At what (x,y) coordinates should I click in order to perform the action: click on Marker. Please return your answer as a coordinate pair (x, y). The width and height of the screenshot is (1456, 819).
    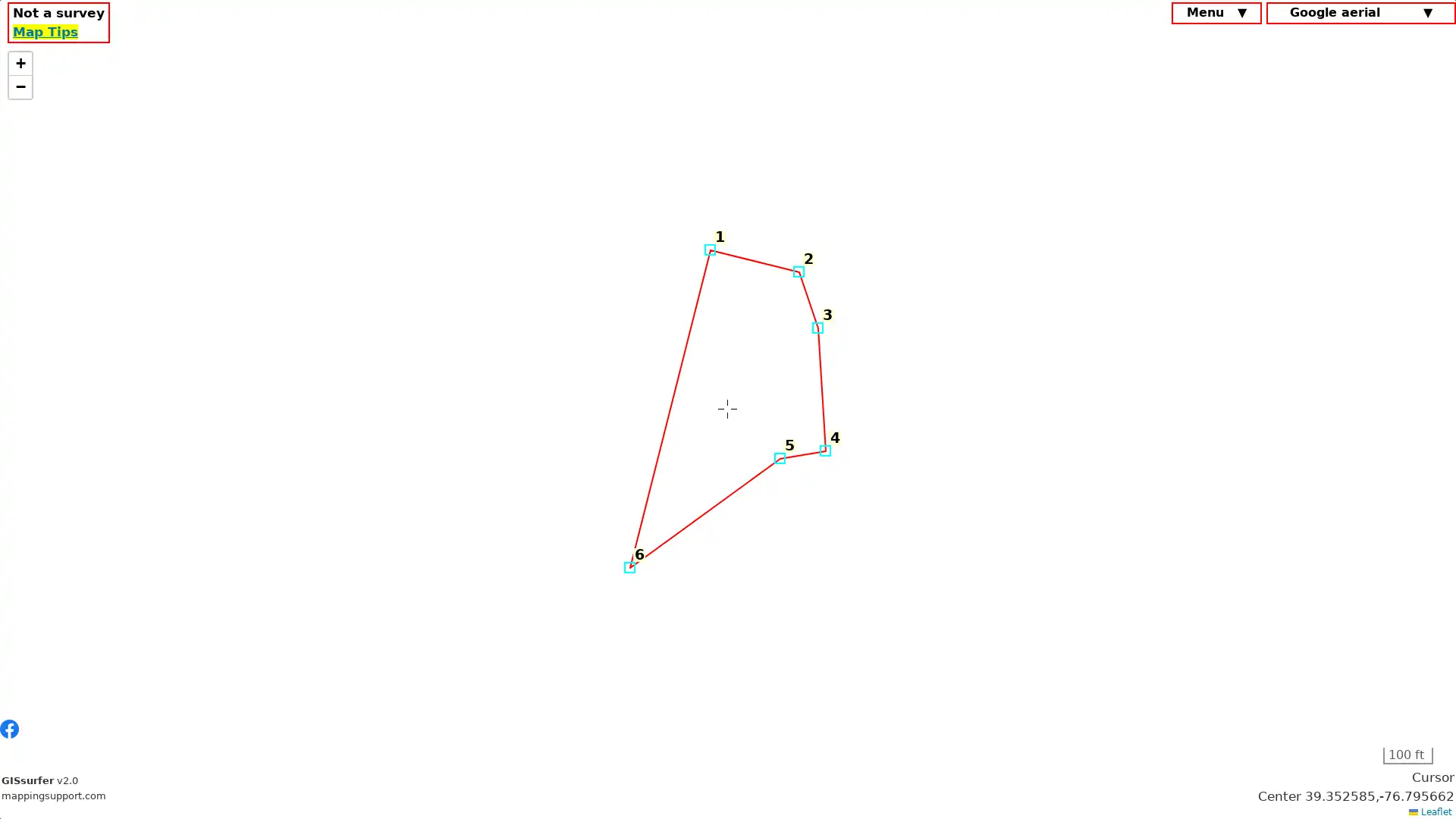
    Looking at the image, I should click on (629, 567).